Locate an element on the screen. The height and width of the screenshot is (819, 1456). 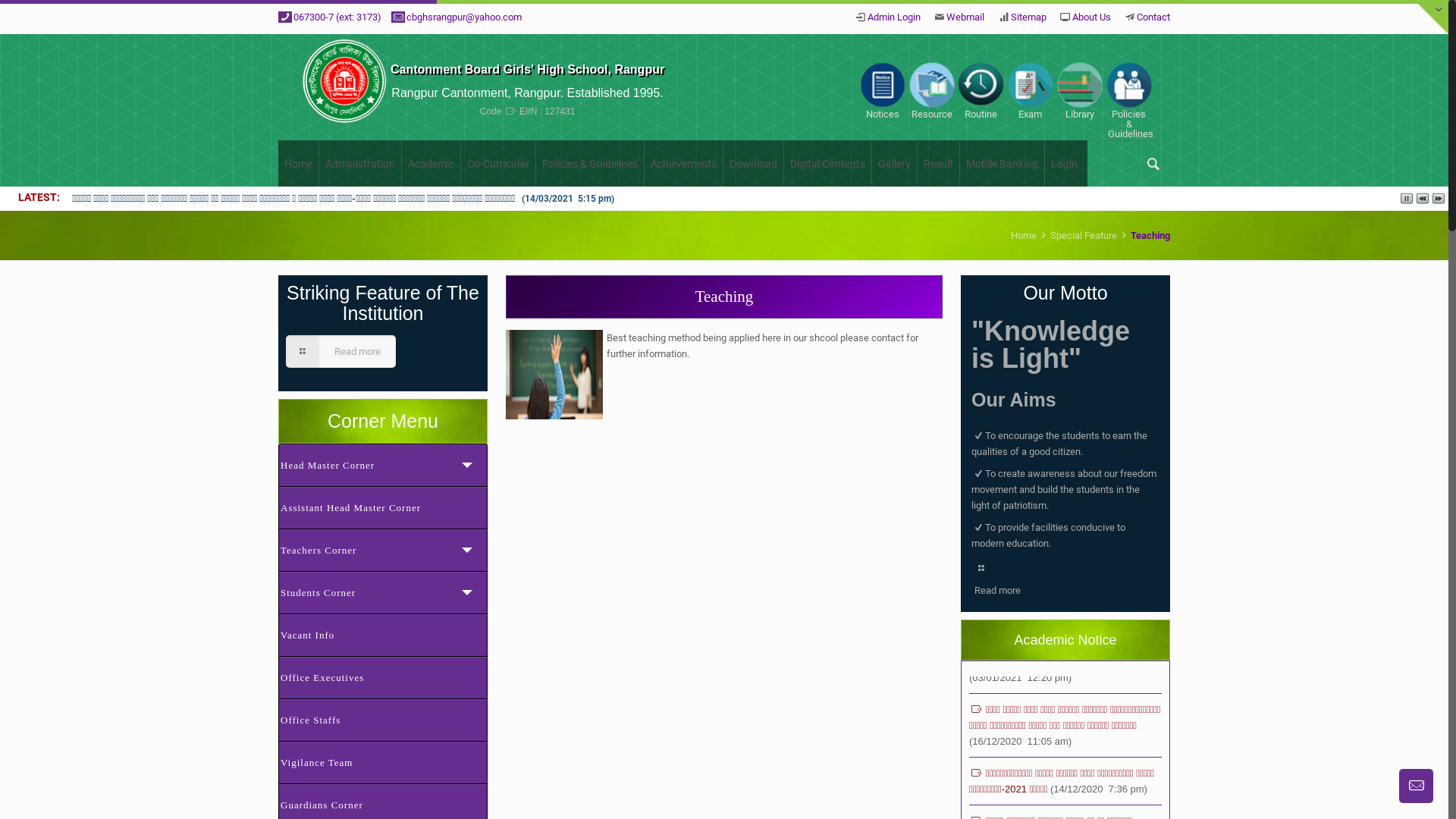
'Vigilance Team' is located at coordinates (382, 762).